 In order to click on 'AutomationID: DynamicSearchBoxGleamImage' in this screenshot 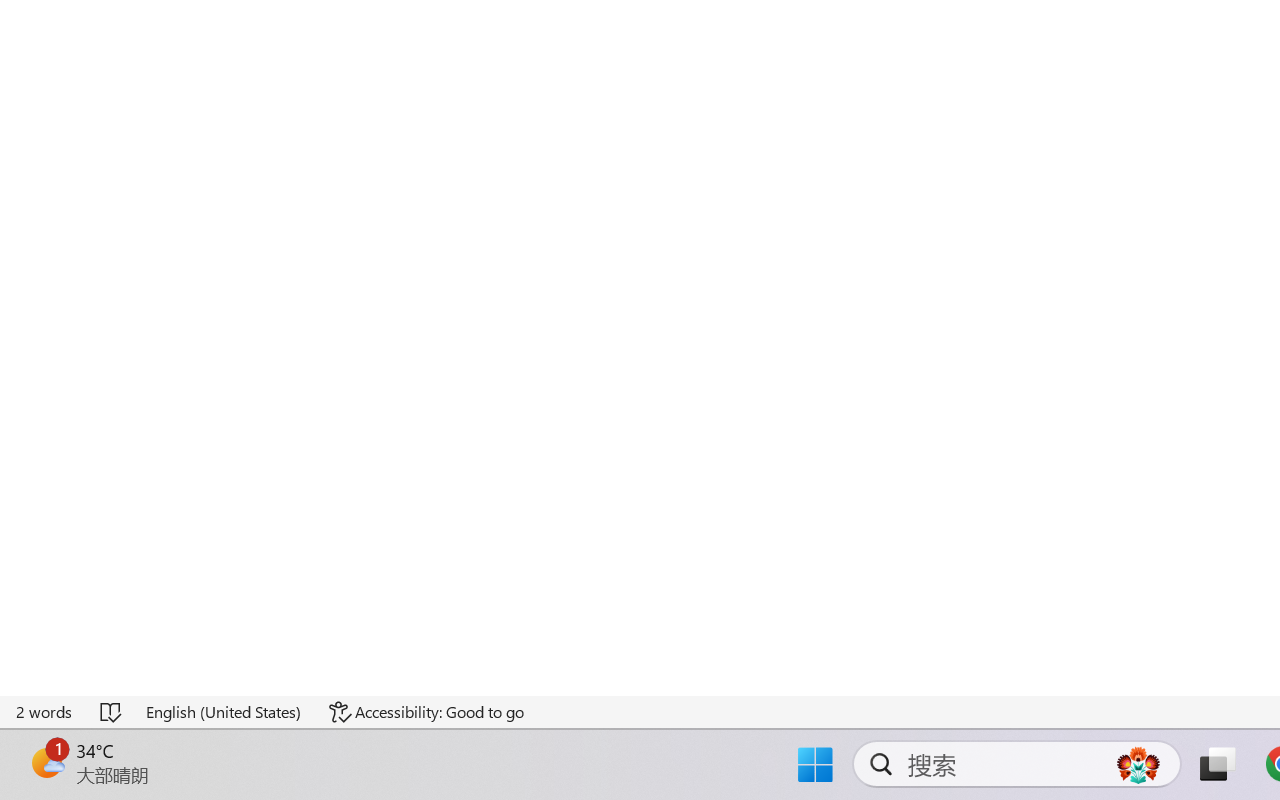, I will do `click(1138, 764)`.